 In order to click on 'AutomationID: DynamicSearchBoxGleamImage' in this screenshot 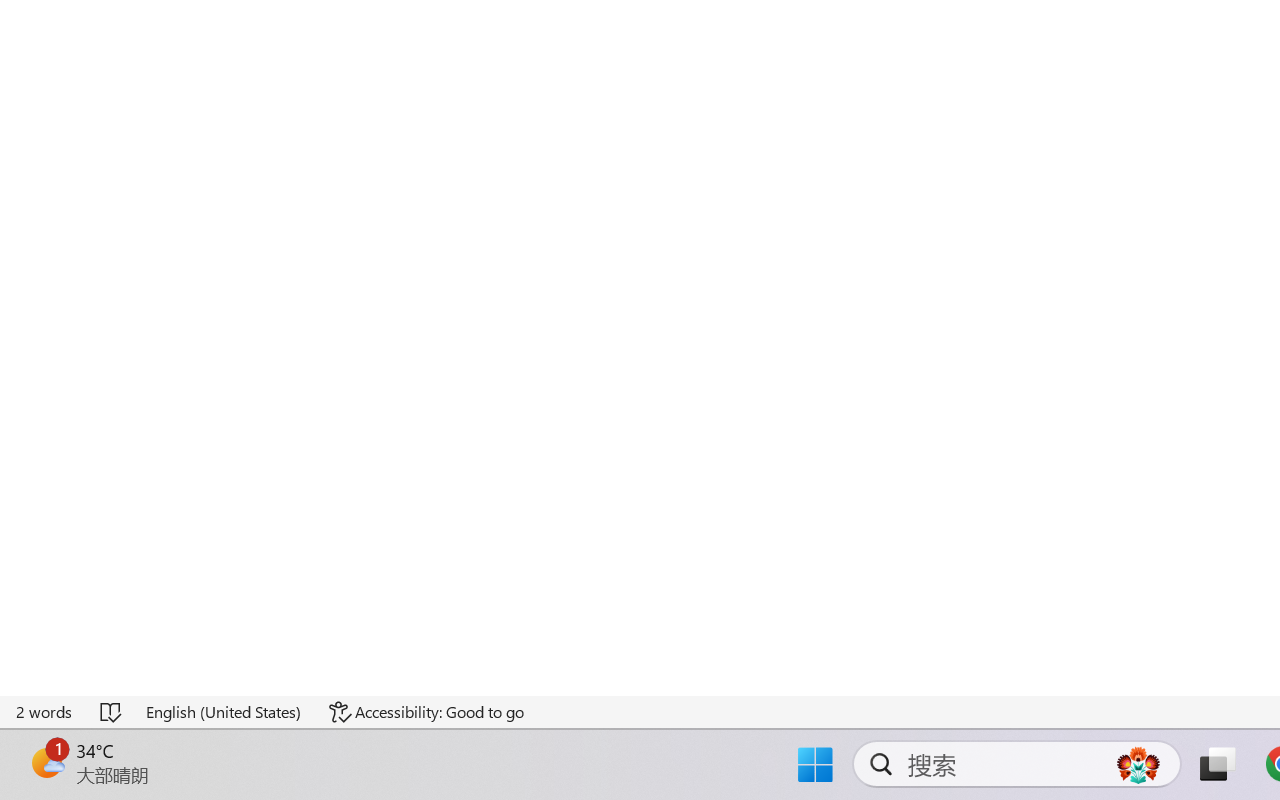, I will do `click(1138, 764)`.